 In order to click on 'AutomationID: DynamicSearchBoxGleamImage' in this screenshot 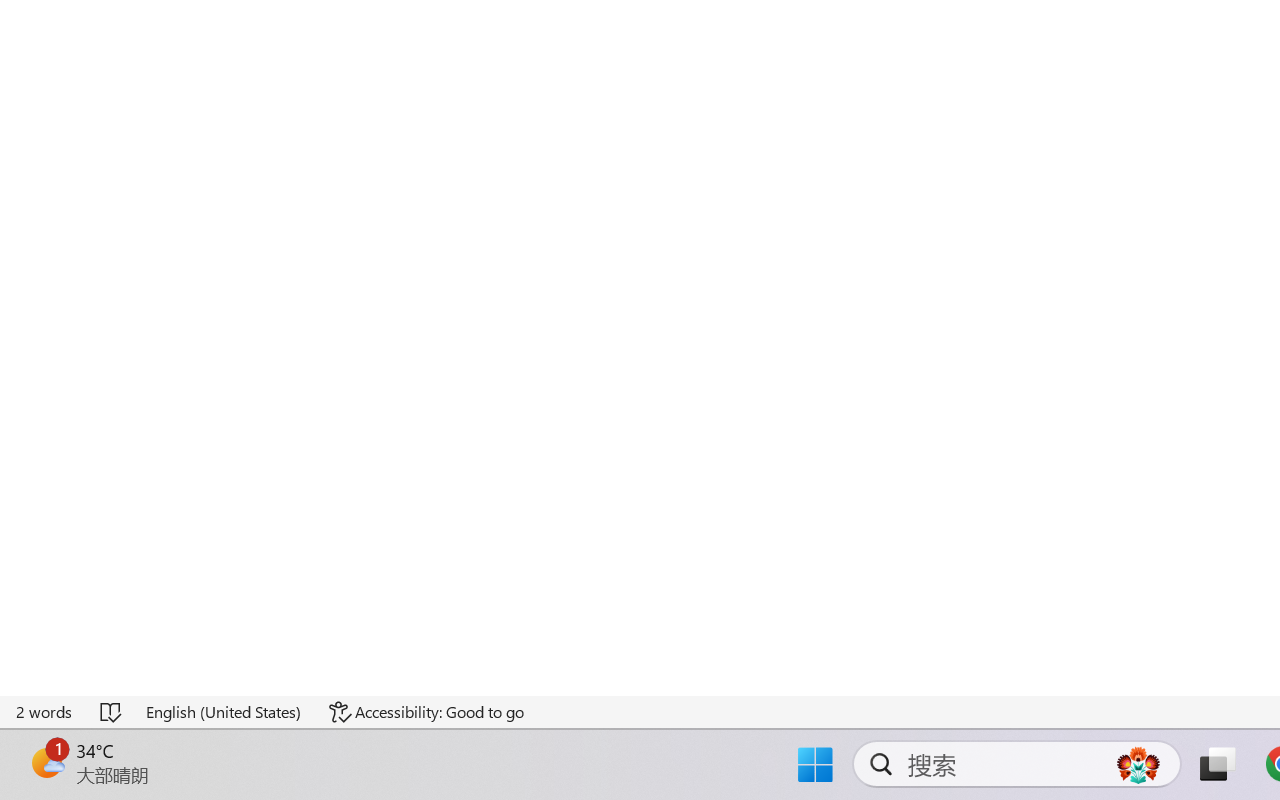, I will do `click(1138, 764)`.